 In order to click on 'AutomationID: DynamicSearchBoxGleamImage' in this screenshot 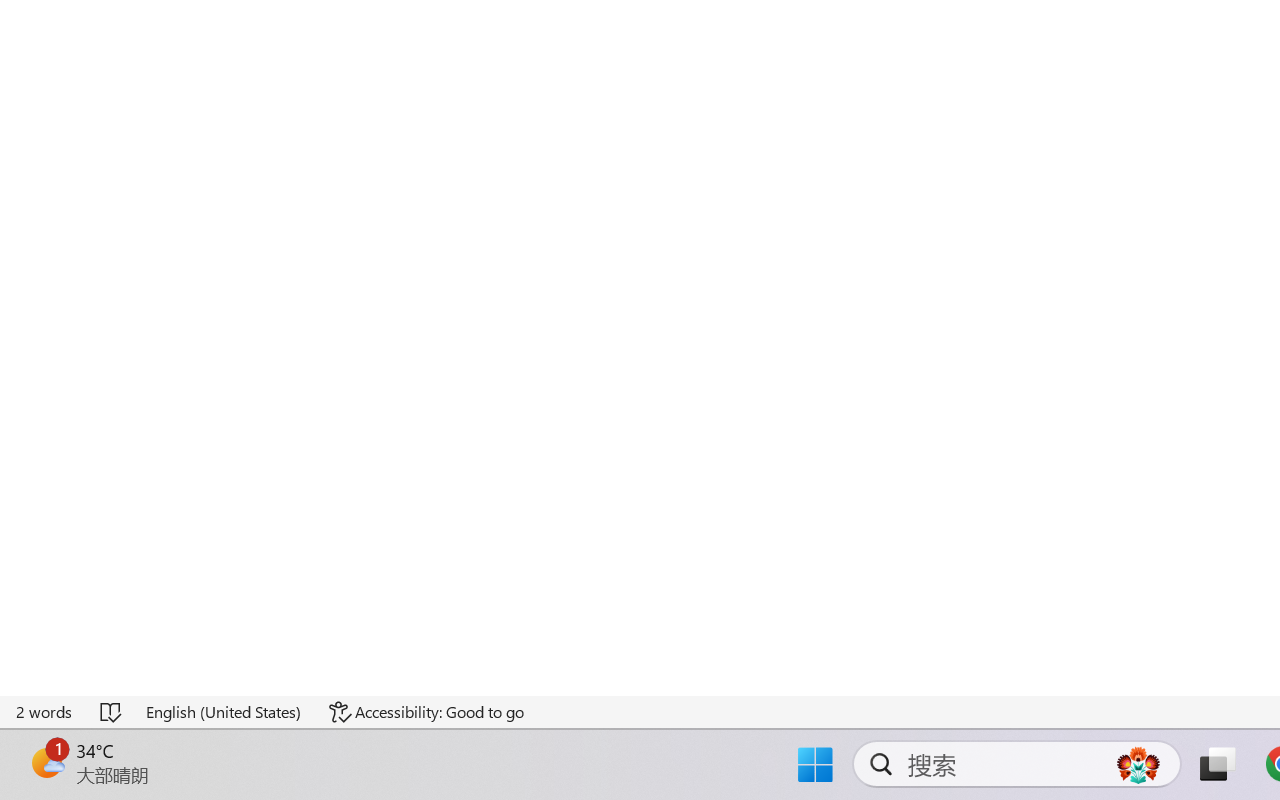, I will do `click(1138, 764)`.